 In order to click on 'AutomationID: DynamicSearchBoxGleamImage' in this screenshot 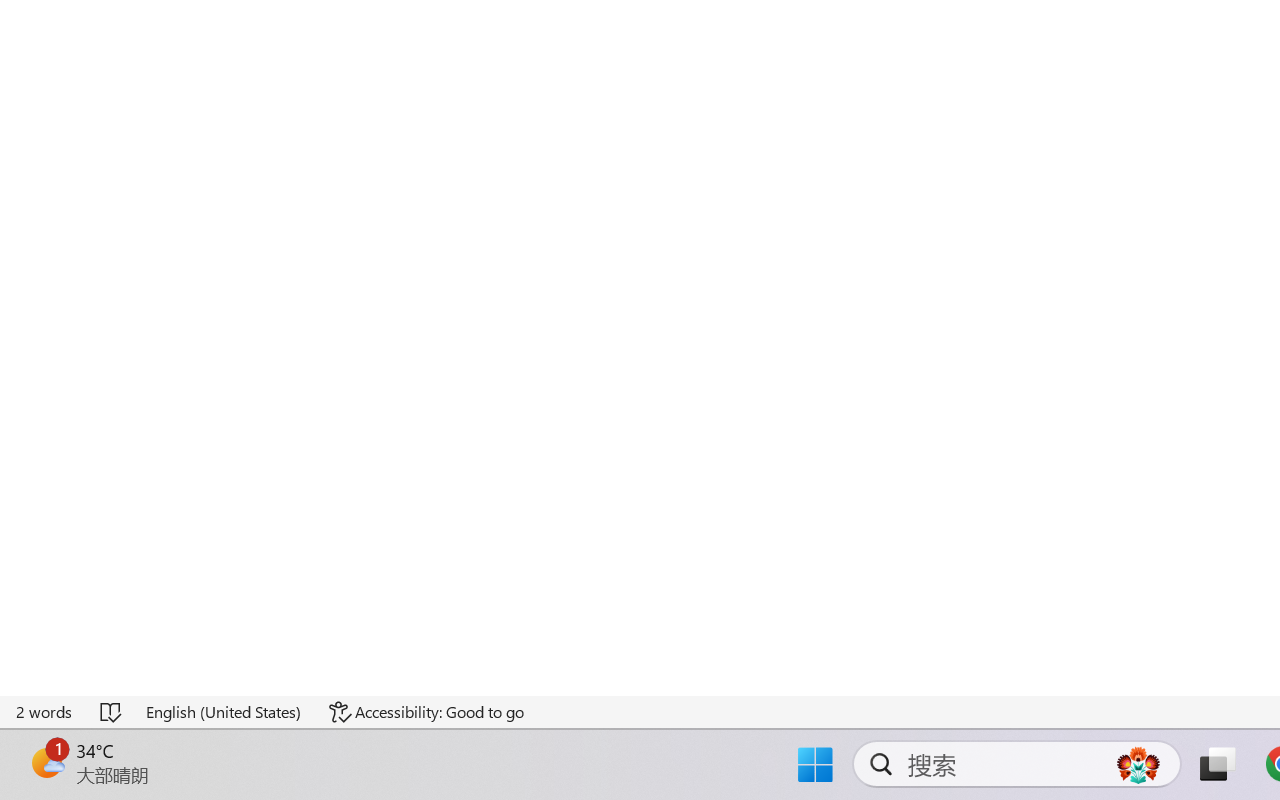, I will do `click(1138, 764)`.